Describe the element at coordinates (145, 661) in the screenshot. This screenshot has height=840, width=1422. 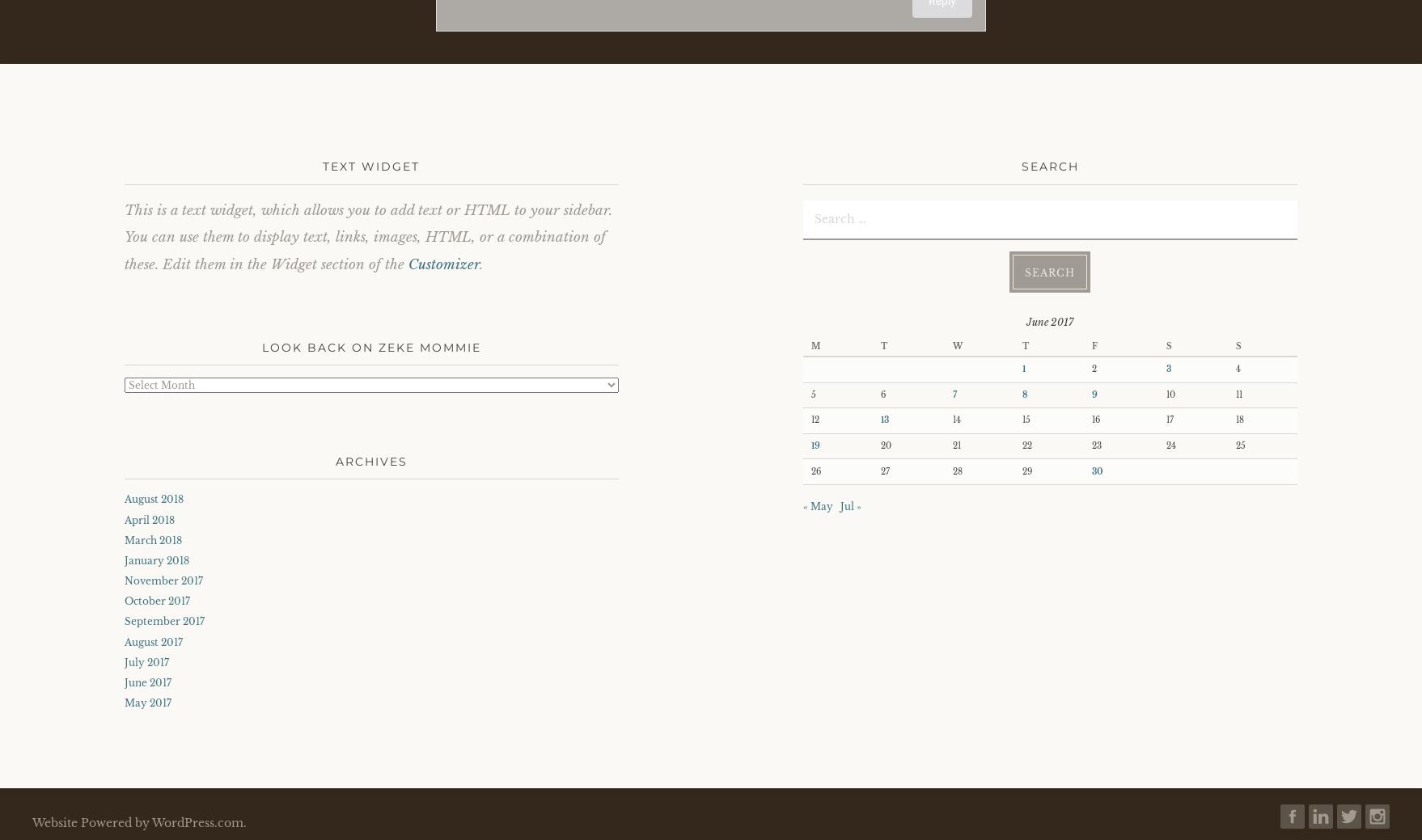
I see `'July 2017'` at that location.